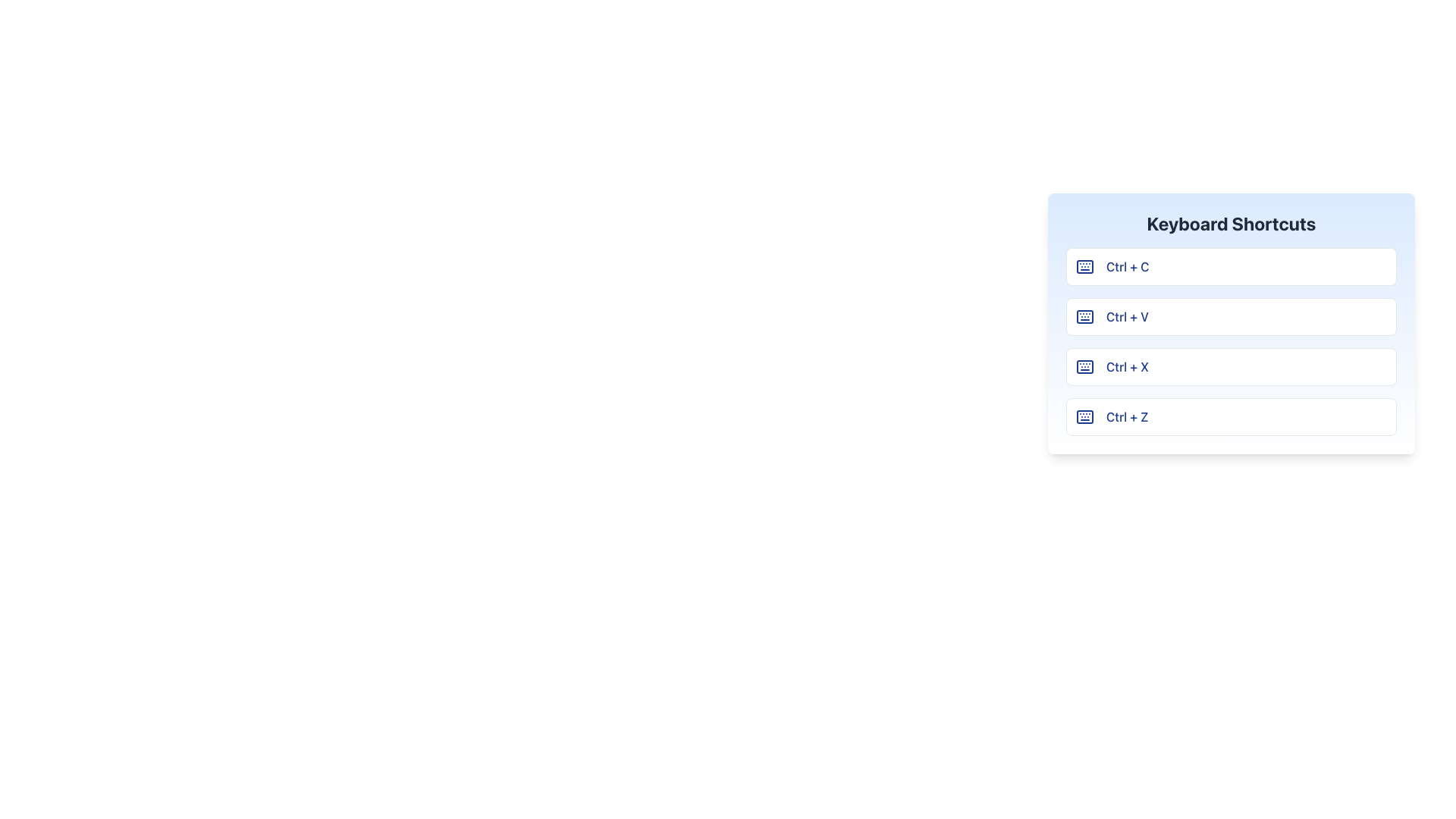 The image size is (1456, 819). Describe the element at coordinates (1084, 315) in the screenshot. I see `the SVG rectangle element that serves as the background of the keyboard icon within the 'Keyboard Shortcuts' section` at that location.